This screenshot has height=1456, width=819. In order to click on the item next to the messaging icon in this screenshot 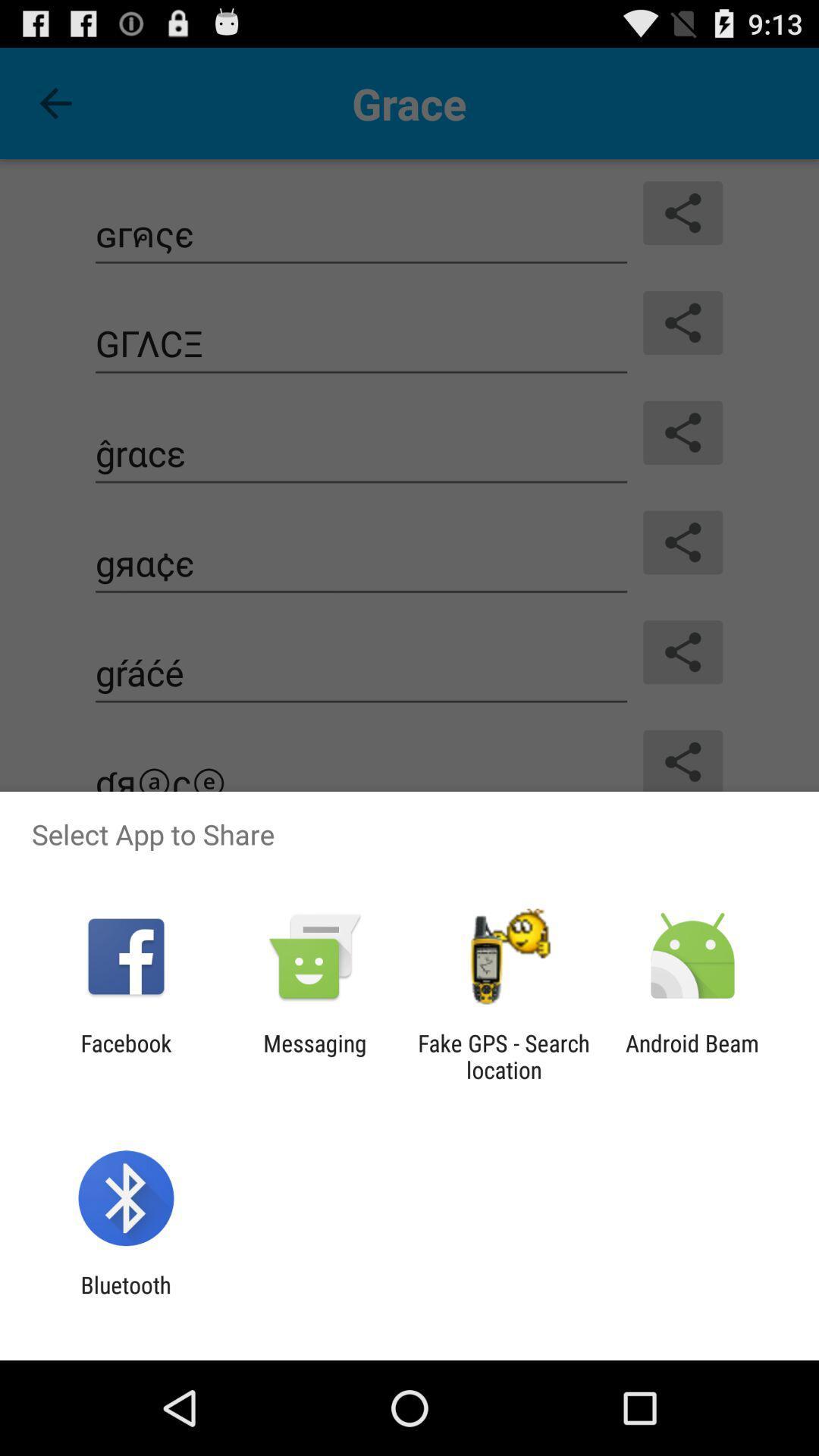, I will do `click(504, 1056)`.